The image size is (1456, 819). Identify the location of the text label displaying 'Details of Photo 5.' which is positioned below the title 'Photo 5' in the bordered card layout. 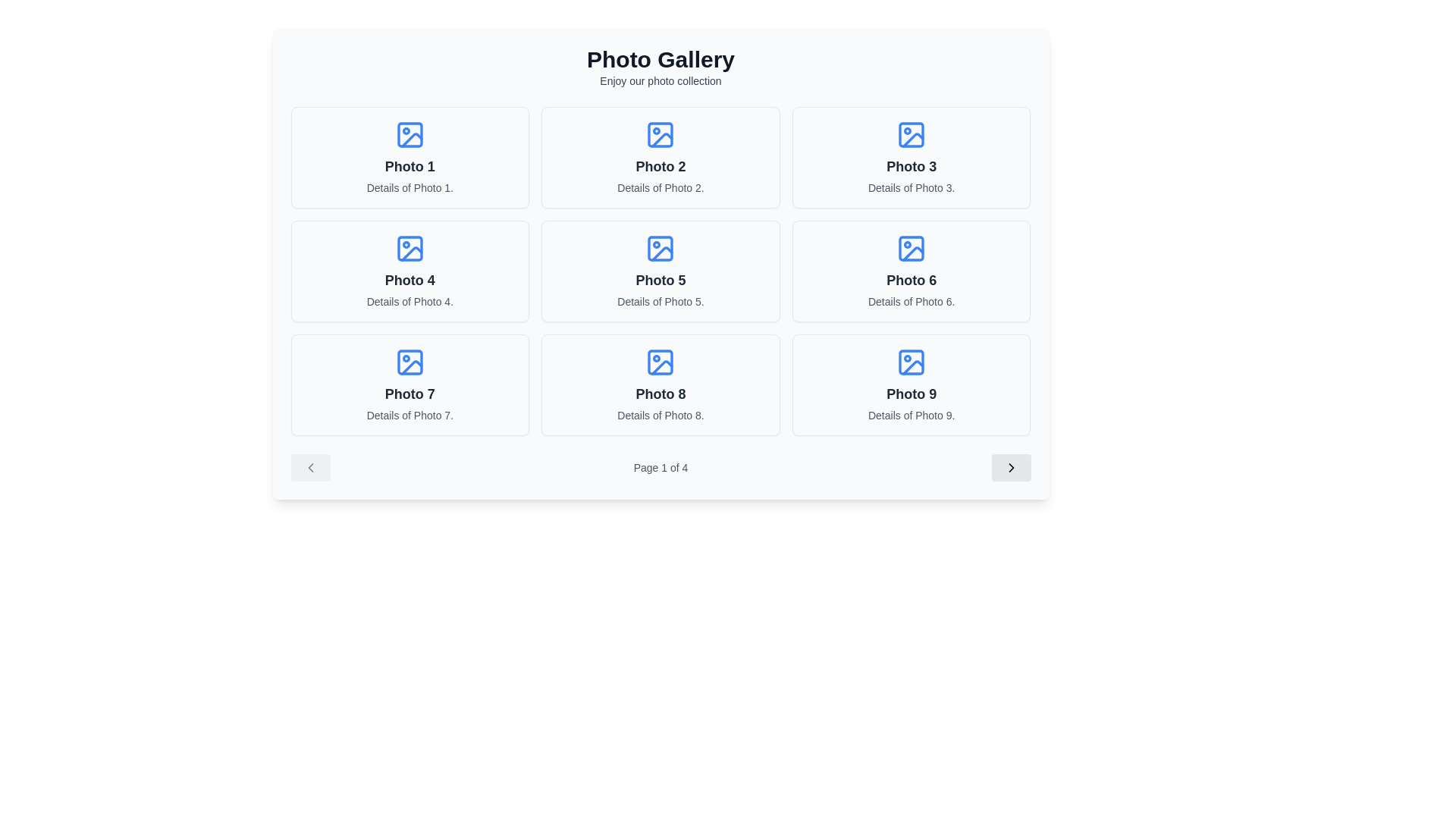
(661, 301).